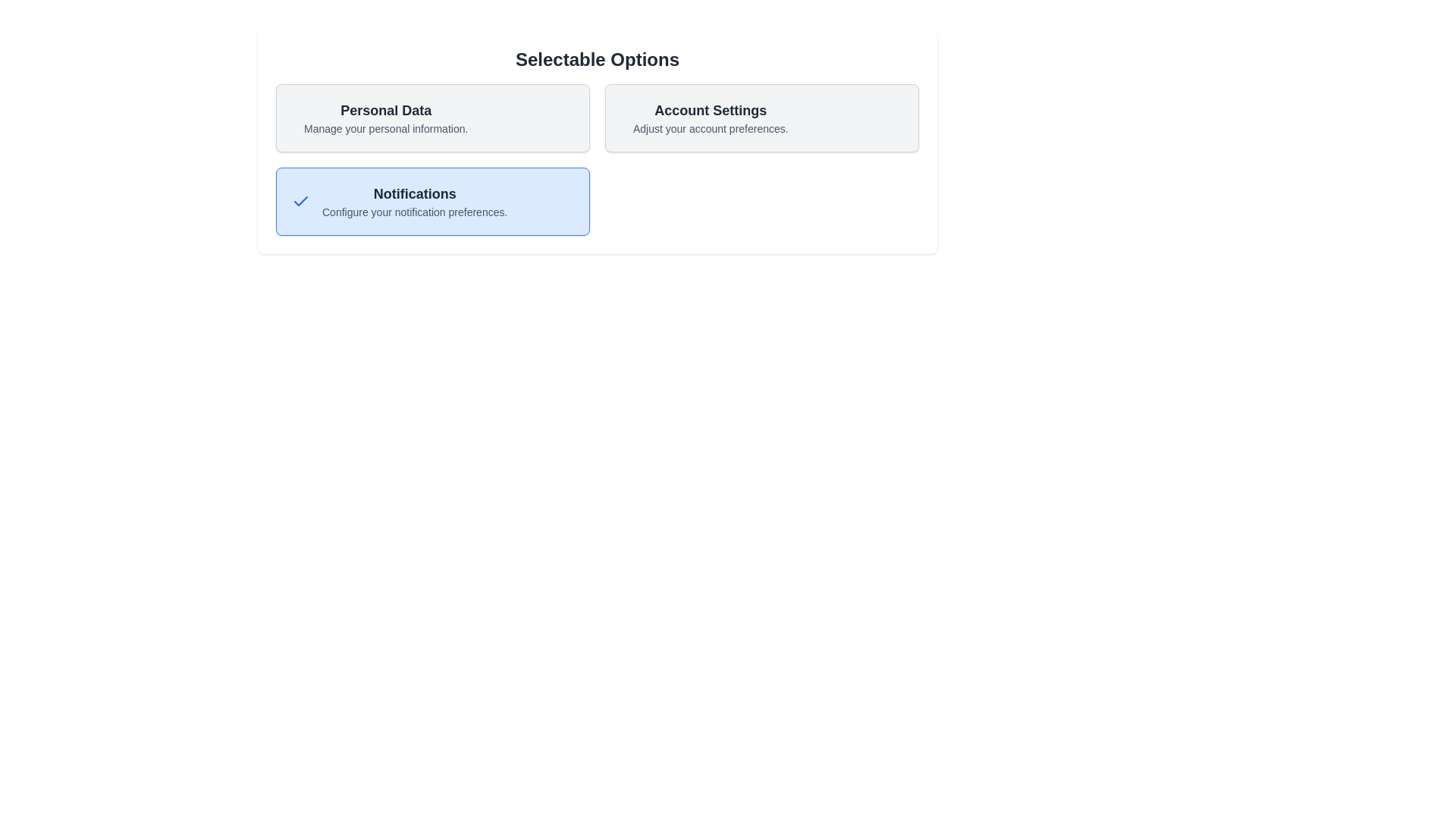 The width and height of the screenshot is (1456, 819). I want to click on the text label that reads 'Account Settings', which is prominently displayed in bold and large dark gray font near the top right of the interface, so click(710, 110).